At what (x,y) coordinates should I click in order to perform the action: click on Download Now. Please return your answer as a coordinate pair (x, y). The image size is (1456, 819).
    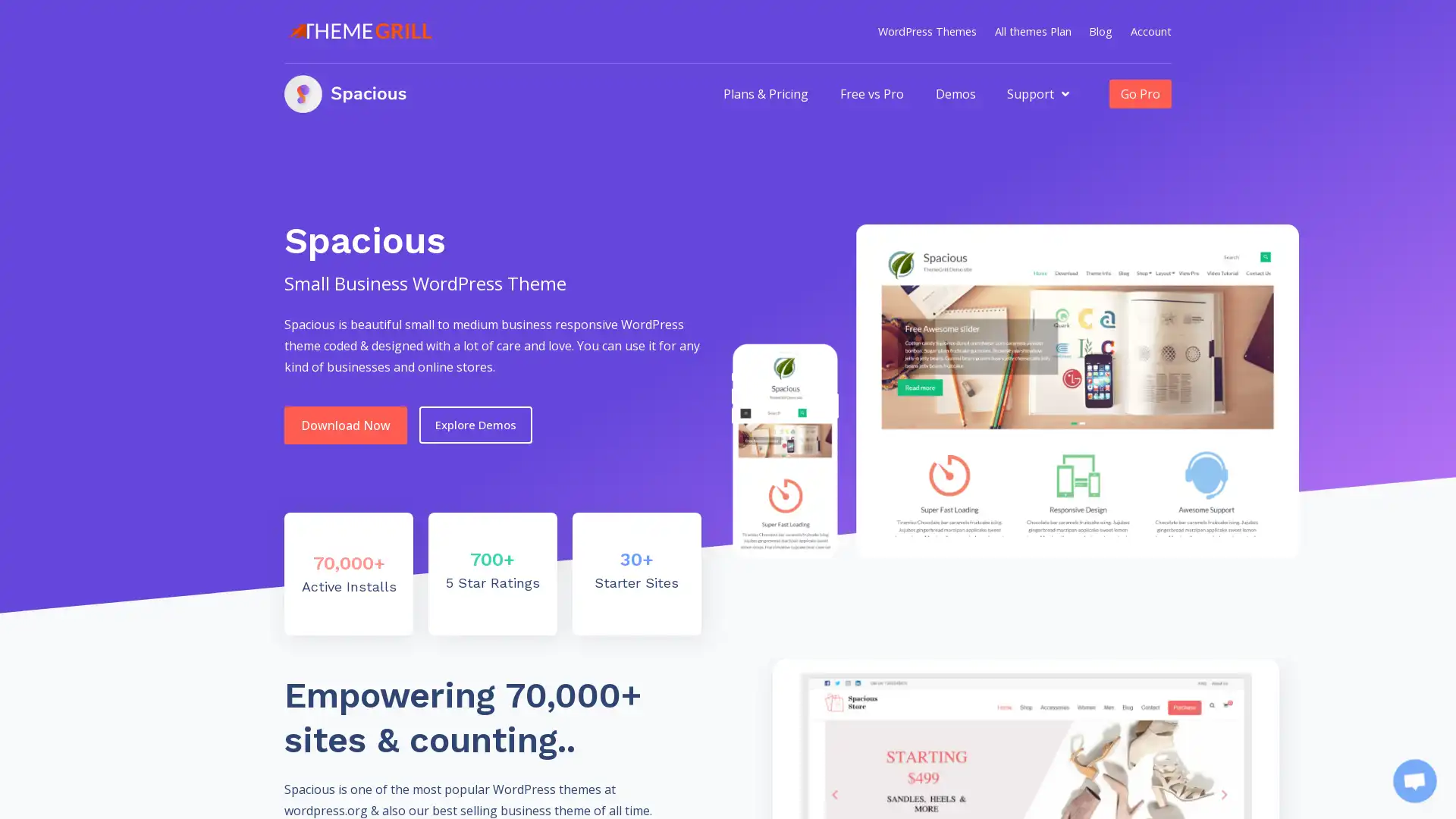
    Looking at the image, I should click on (345, 424).